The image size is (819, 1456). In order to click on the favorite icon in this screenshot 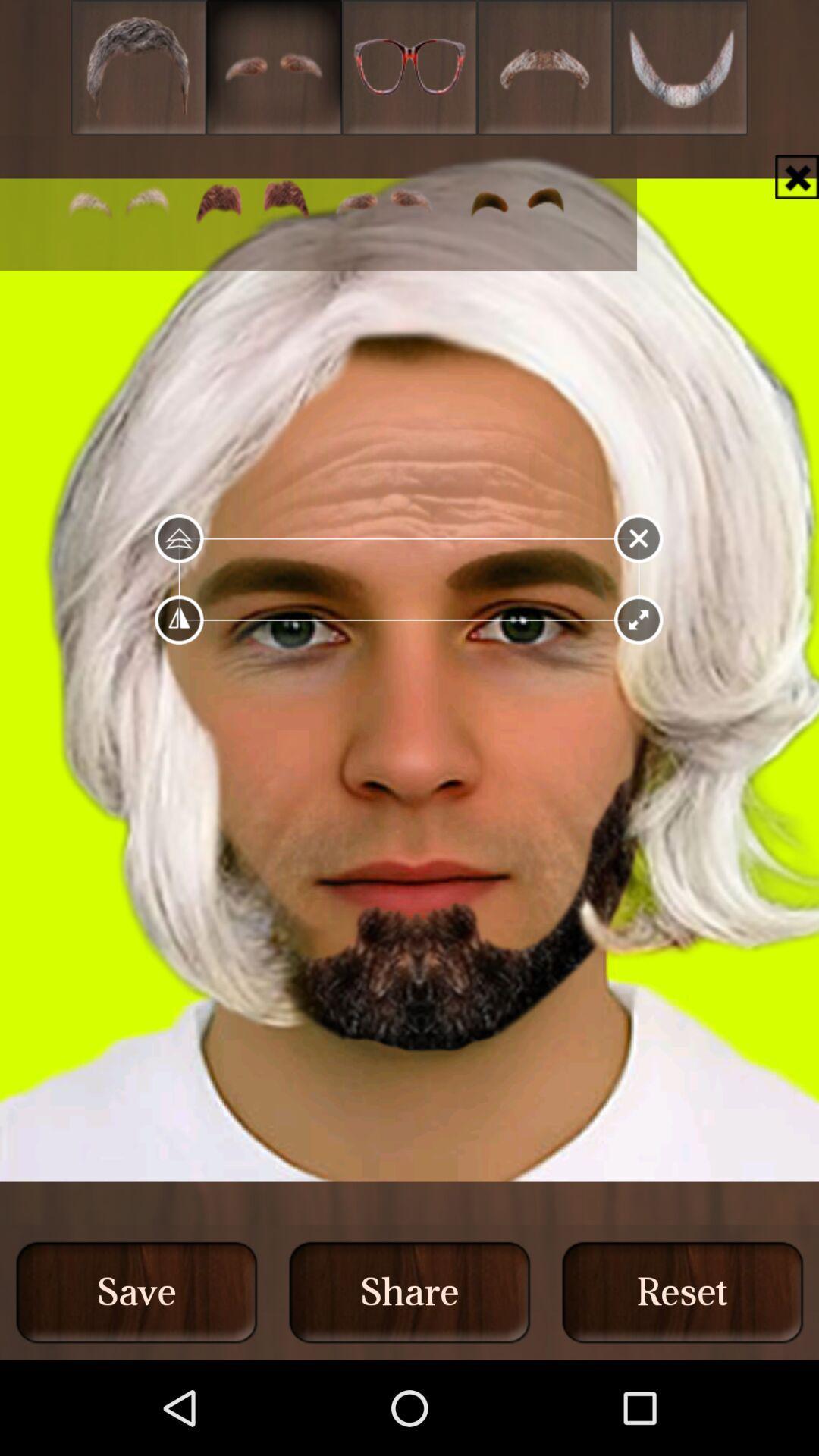, I will do `click(409, 71)`.